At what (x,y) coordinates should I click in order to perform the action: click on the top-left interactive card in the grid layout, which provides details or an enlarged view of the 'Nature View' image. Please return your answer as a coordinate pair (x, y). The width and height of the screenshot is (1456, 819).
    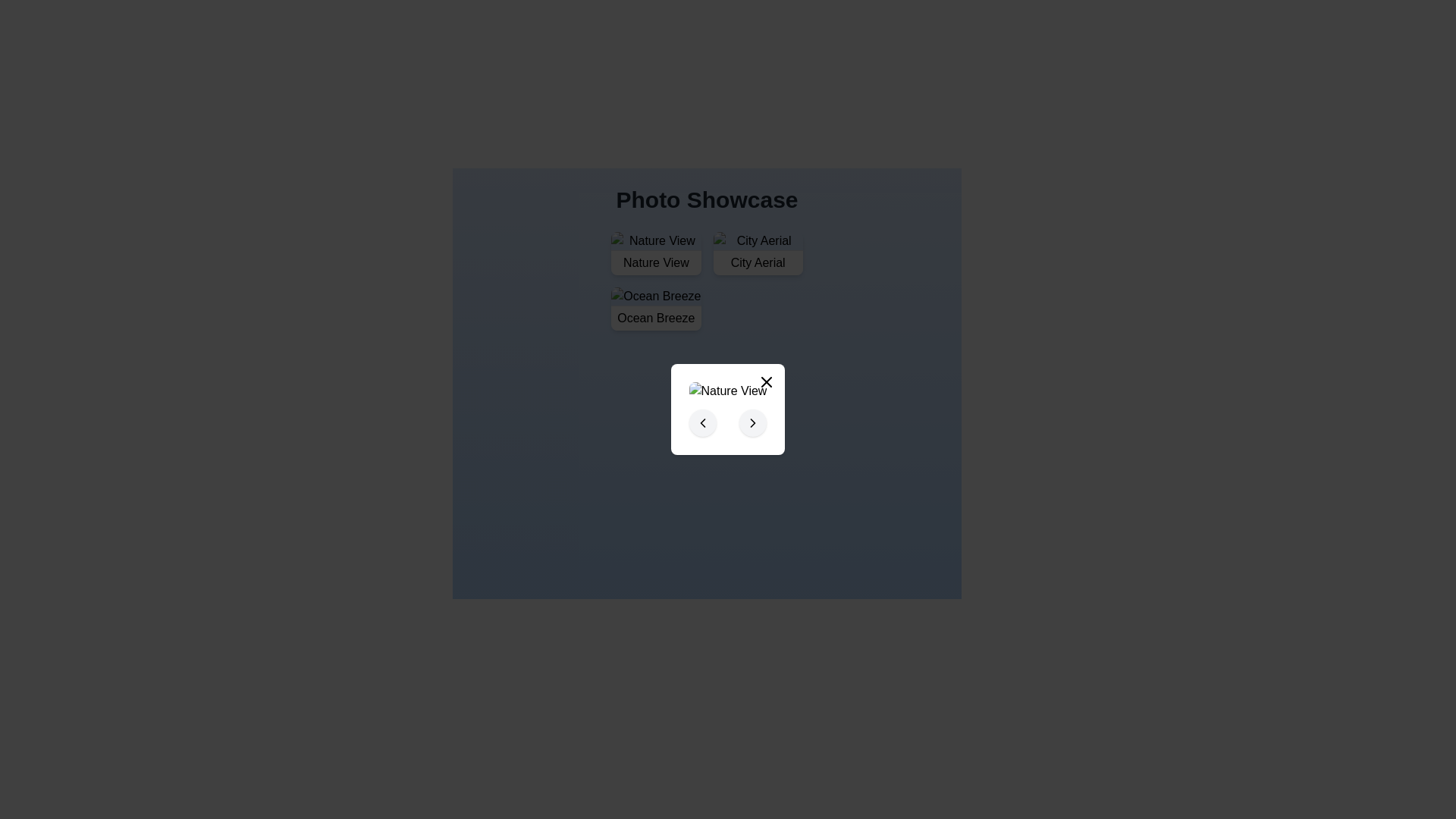
    Looking at the image, I should click on (656, 253).